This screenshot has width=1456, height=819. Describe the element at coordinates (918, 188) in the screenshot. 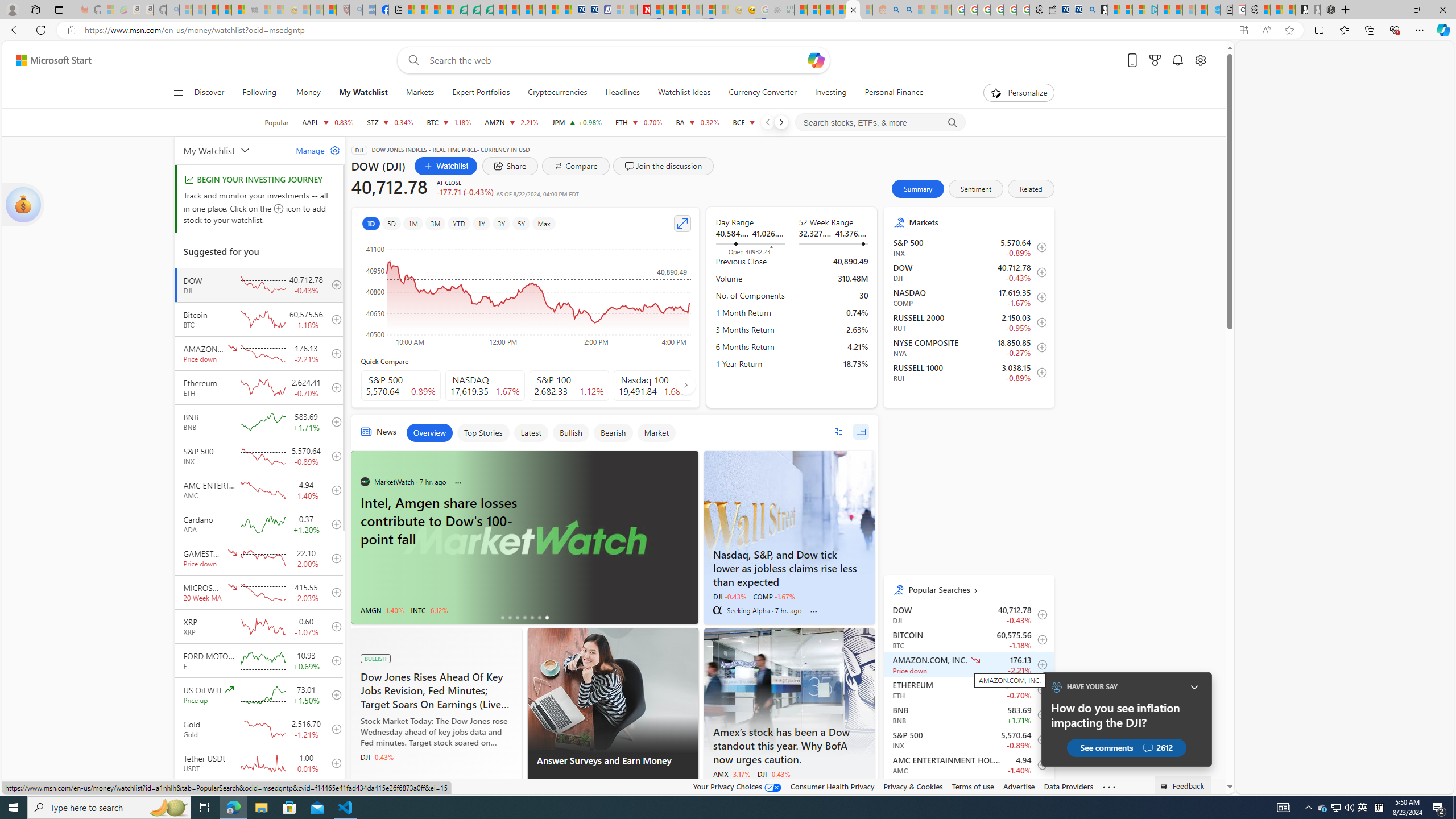

I see `'Summary'` at that location.